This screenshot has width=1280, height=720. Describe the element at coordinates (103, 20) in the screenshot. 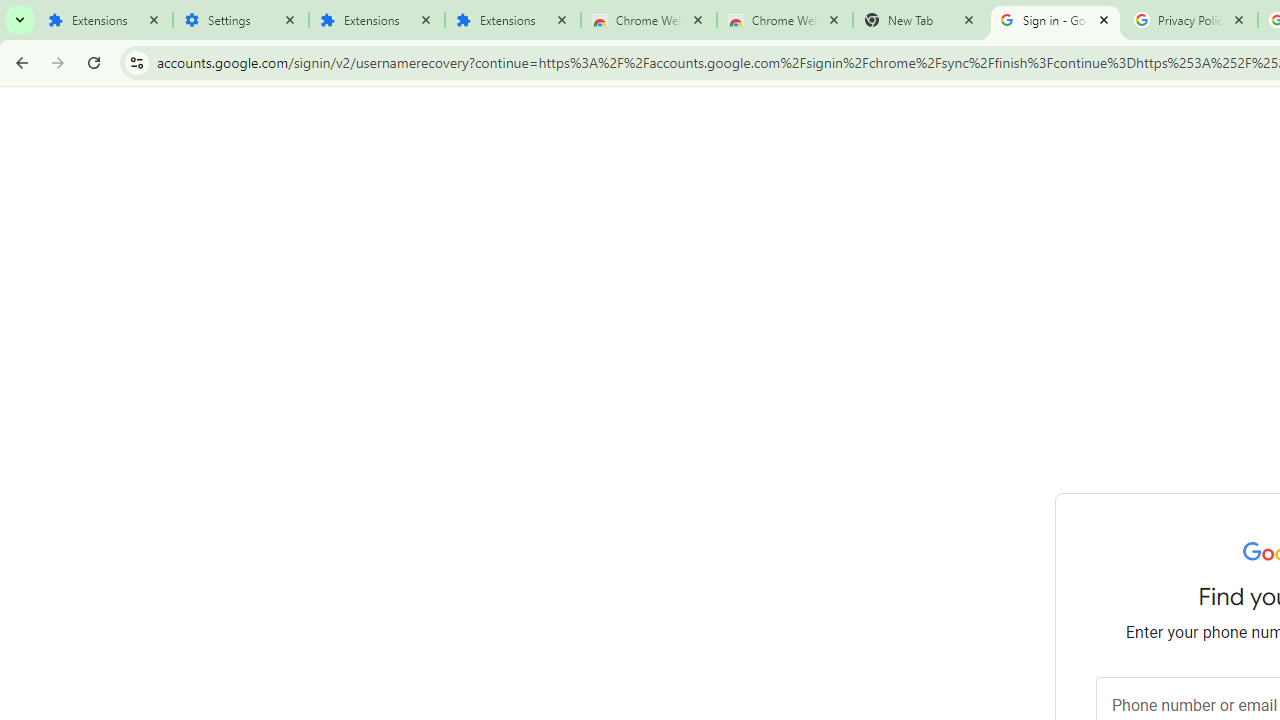

I see `'Extensions'` at that location.